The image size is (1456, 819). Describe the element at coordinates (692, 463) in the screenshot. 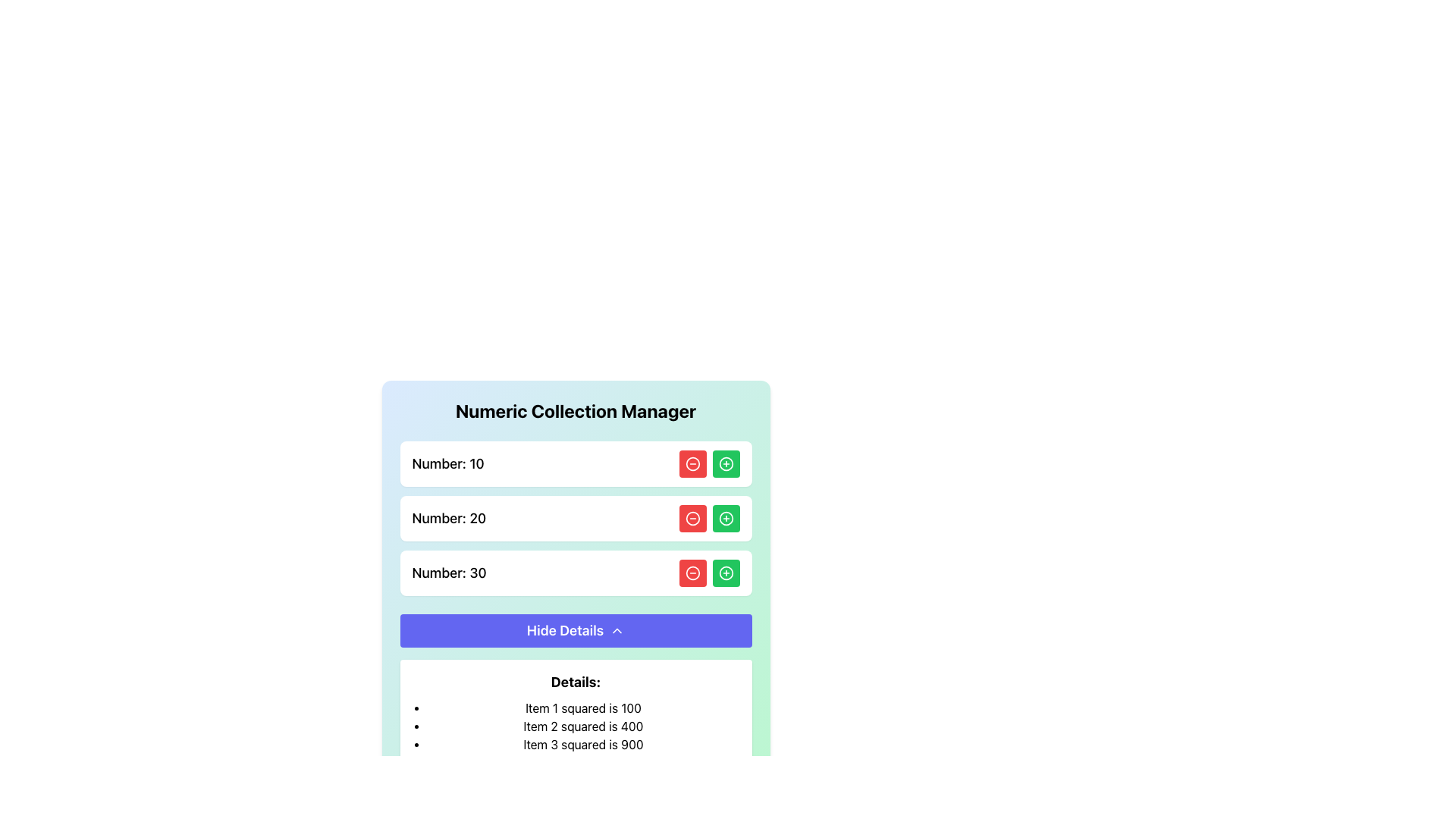

I see `the red circular button with a minus symbol ('-')` at that location.